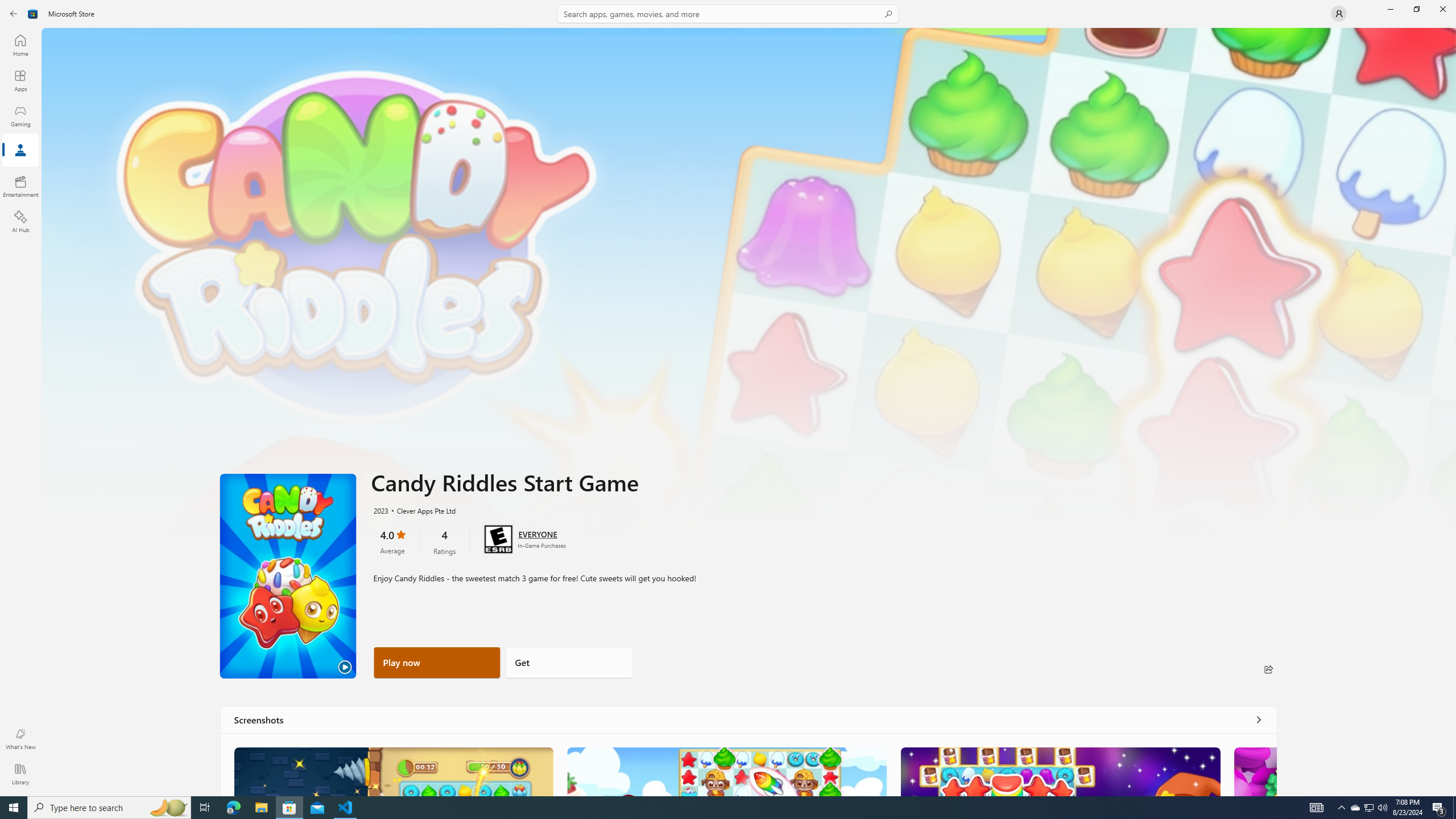 The image size is (1456, 819). Describe the element at coordinates (1259, 719) in the screenshot. I see `'See all'` at that location.